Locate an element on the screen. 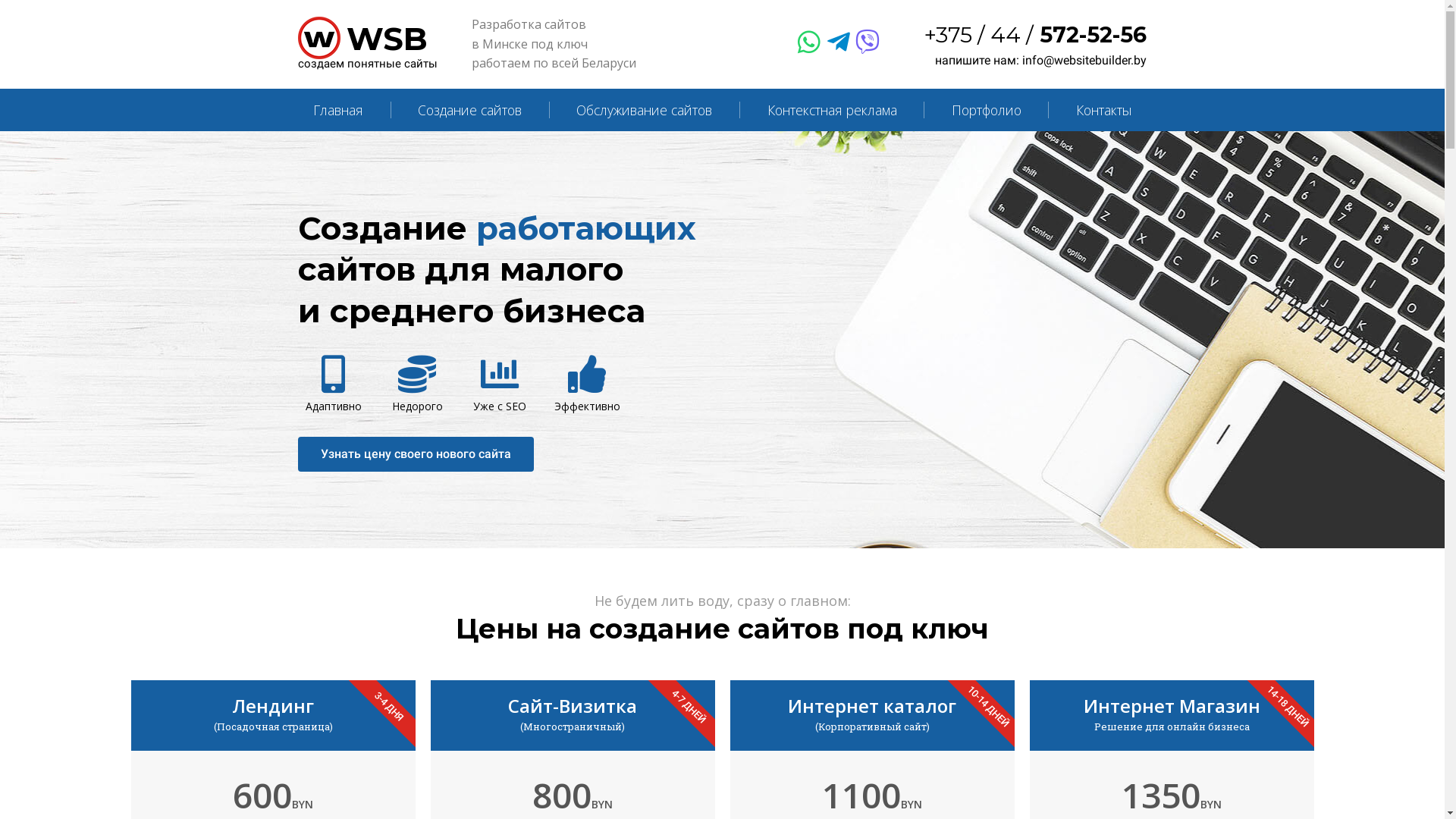  'info@websitebuilder.by' is located at coordinates (1022, 59).